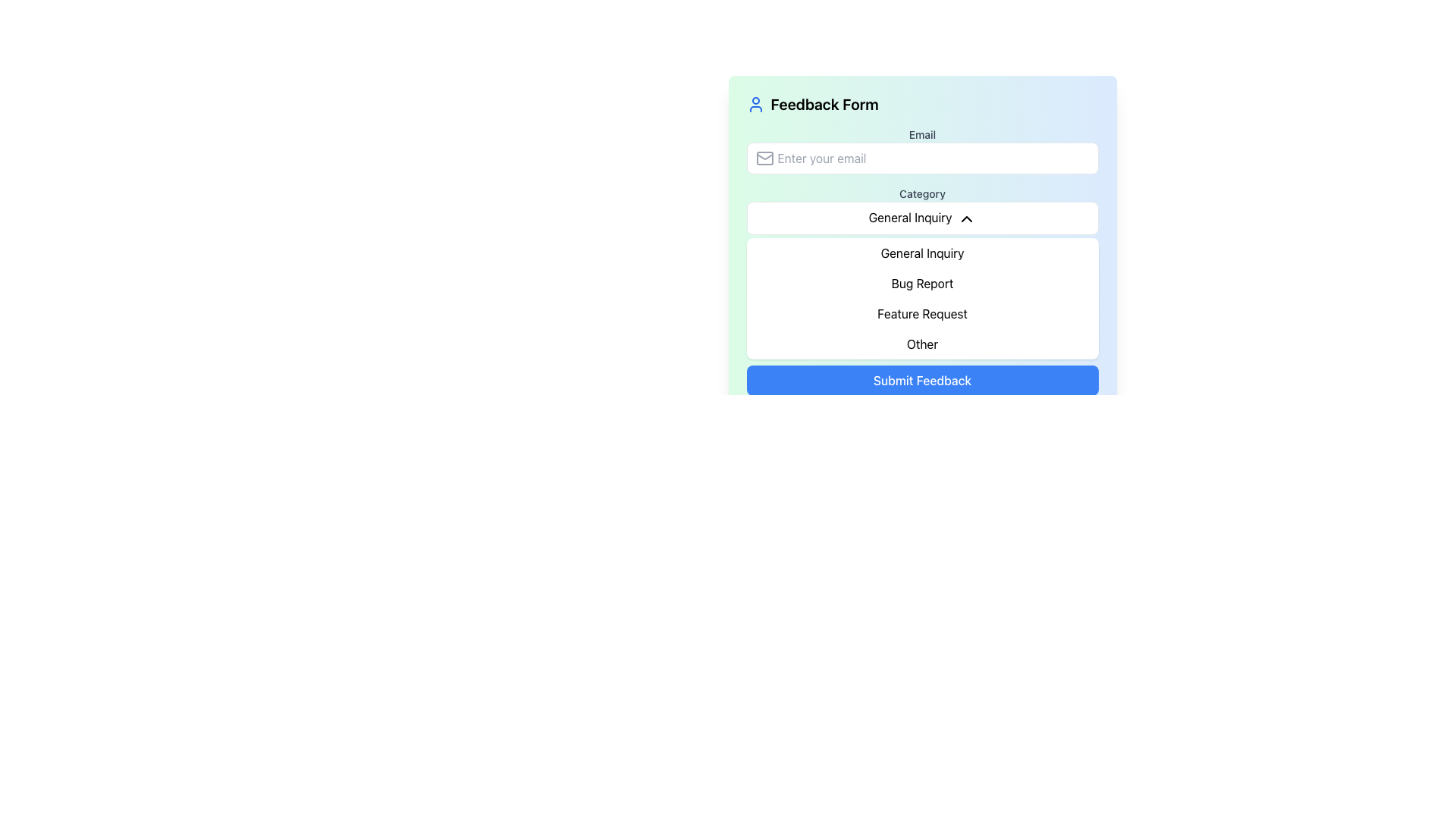 The height and width of the screenshot is (819, 1456). Describe the element at coordinates (755, 104) in the screenshot. I see `the user silhouette icon, which is bright blue and located to the left of the 'Feedback Form' text at the top of the feedback interface` at that location.